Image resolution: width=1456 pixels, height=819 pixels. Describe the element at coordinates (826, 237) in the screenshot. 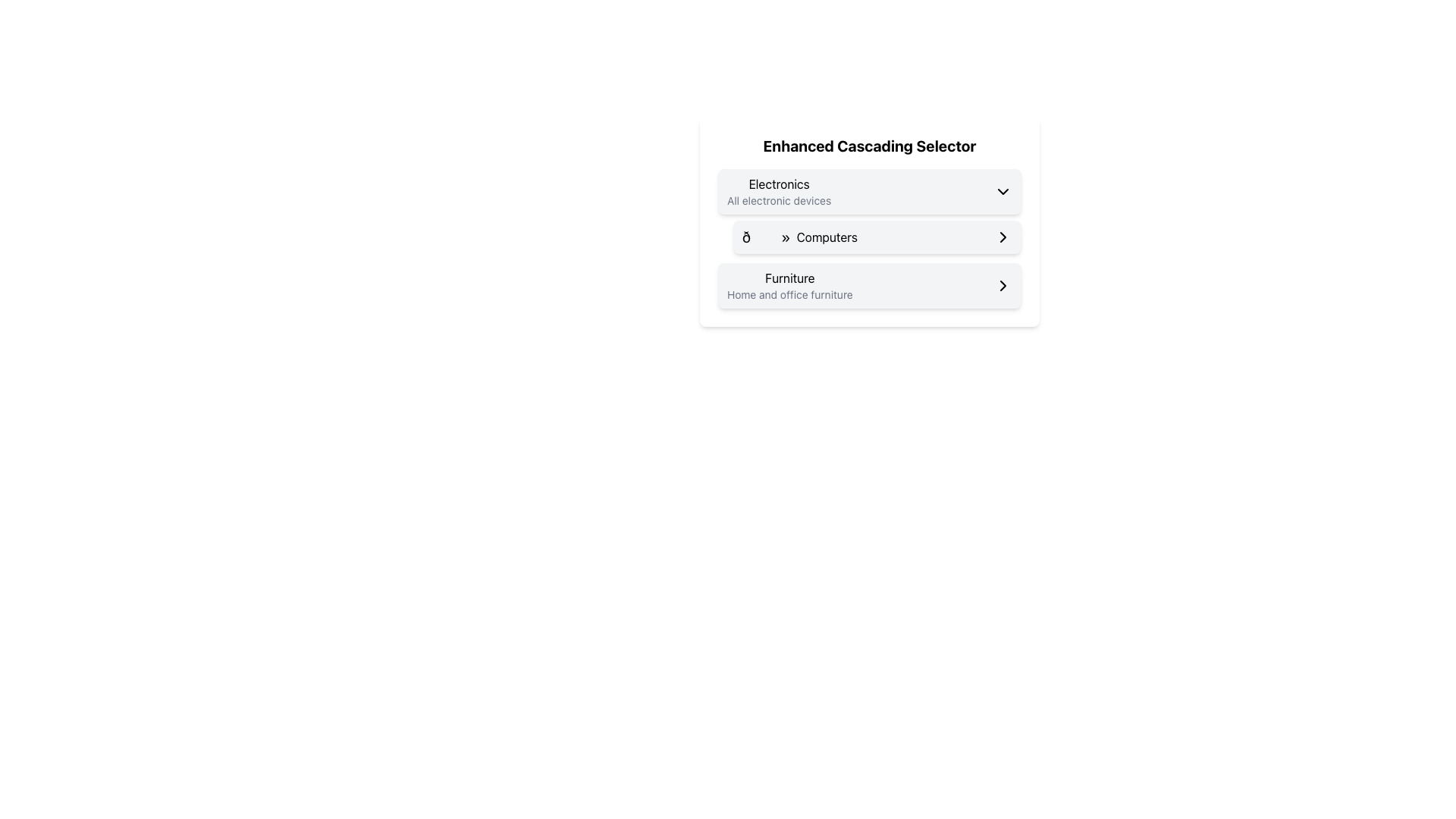

I see `the 'Computers' text label within the 'Enhanced Cascading Selector'` at that location.